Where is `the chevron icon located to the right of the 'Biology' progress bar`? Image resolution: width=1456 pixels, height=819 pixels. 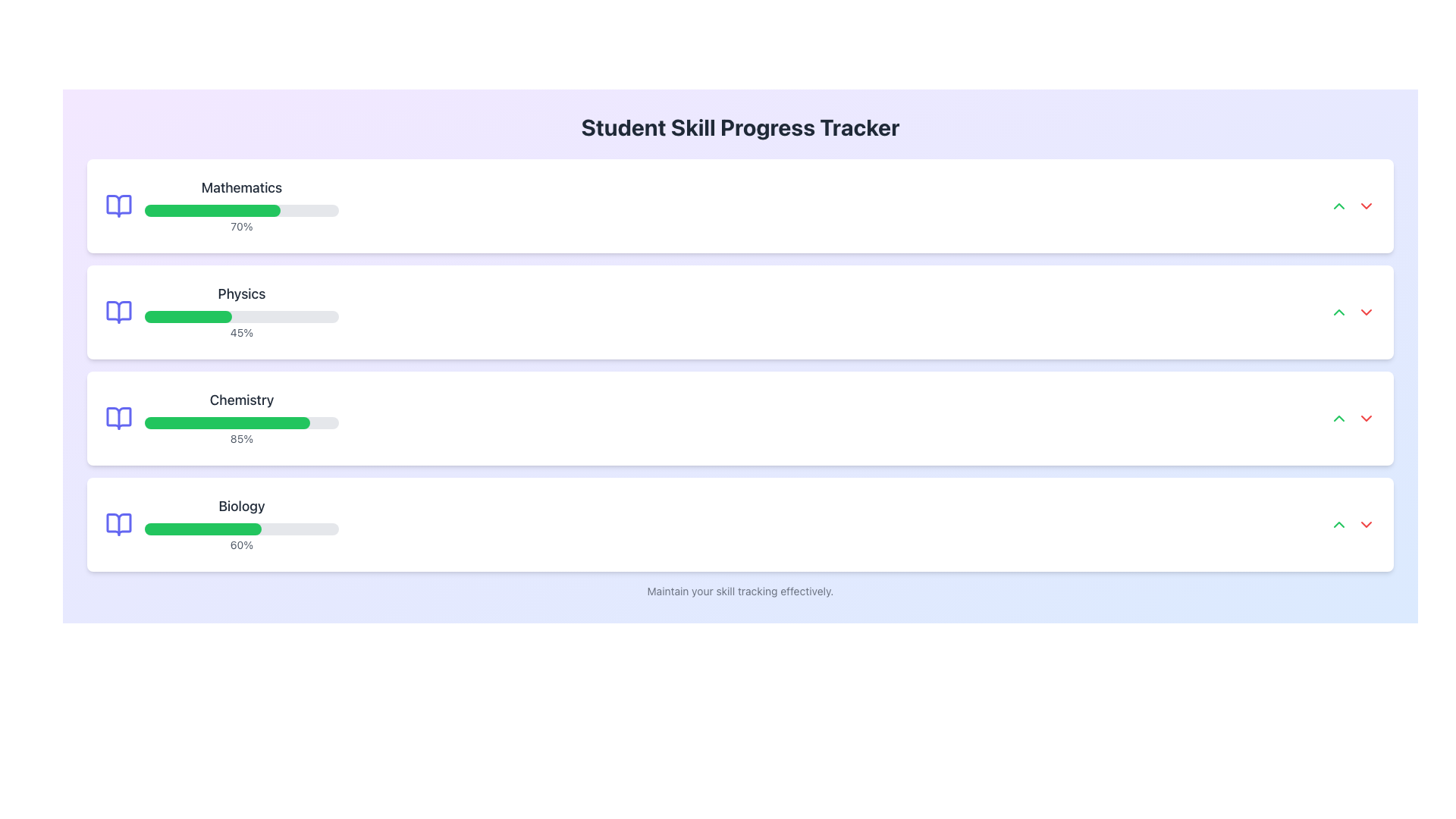
the chevron icon located to the right of the 'Biology' progress bar is located at coordinates (1366, 523).